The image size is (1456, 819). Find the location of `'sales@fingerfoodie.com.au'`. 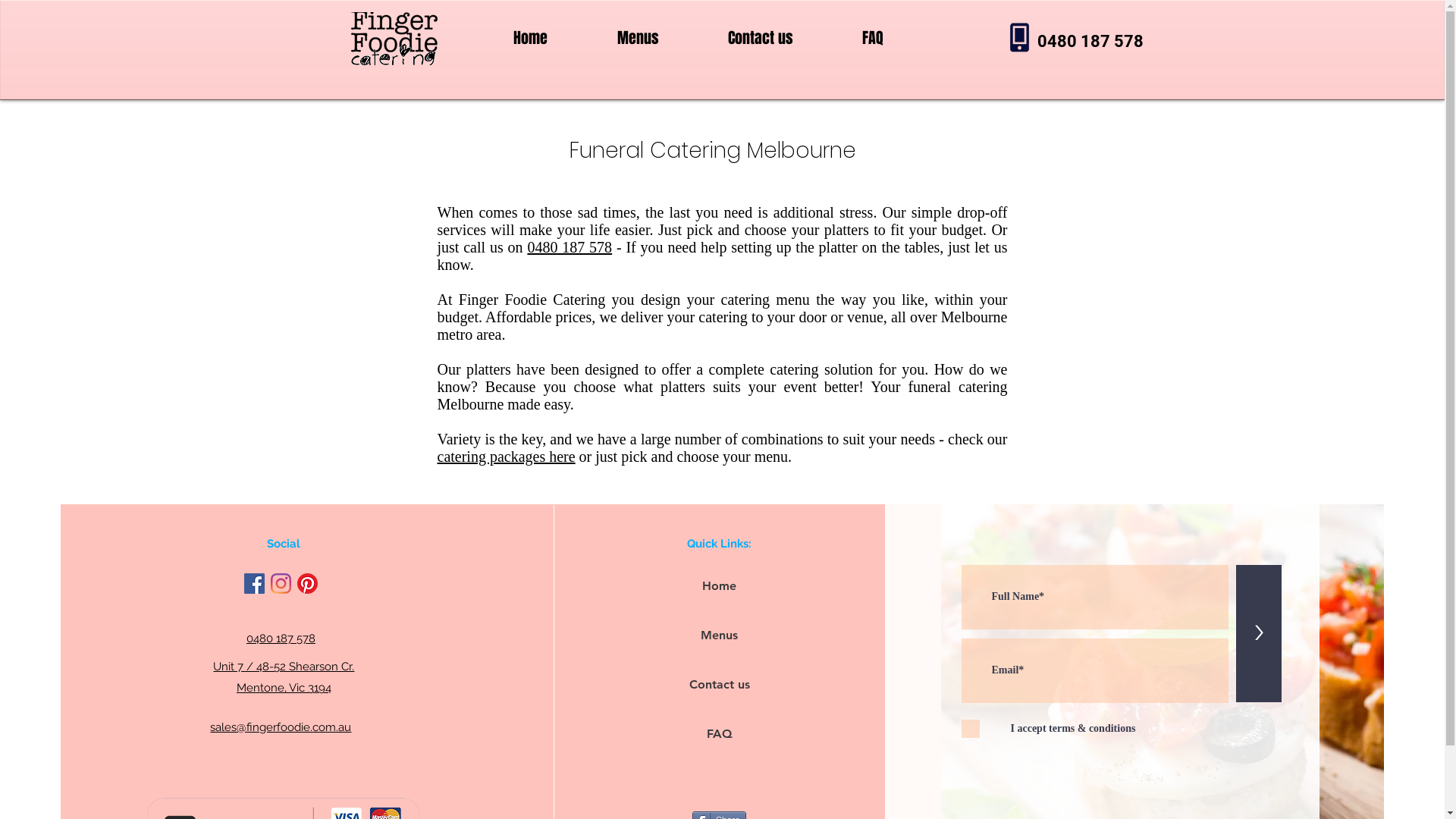

'sales@fingerfoodie.com.au' is located at coordinates (280, 726).